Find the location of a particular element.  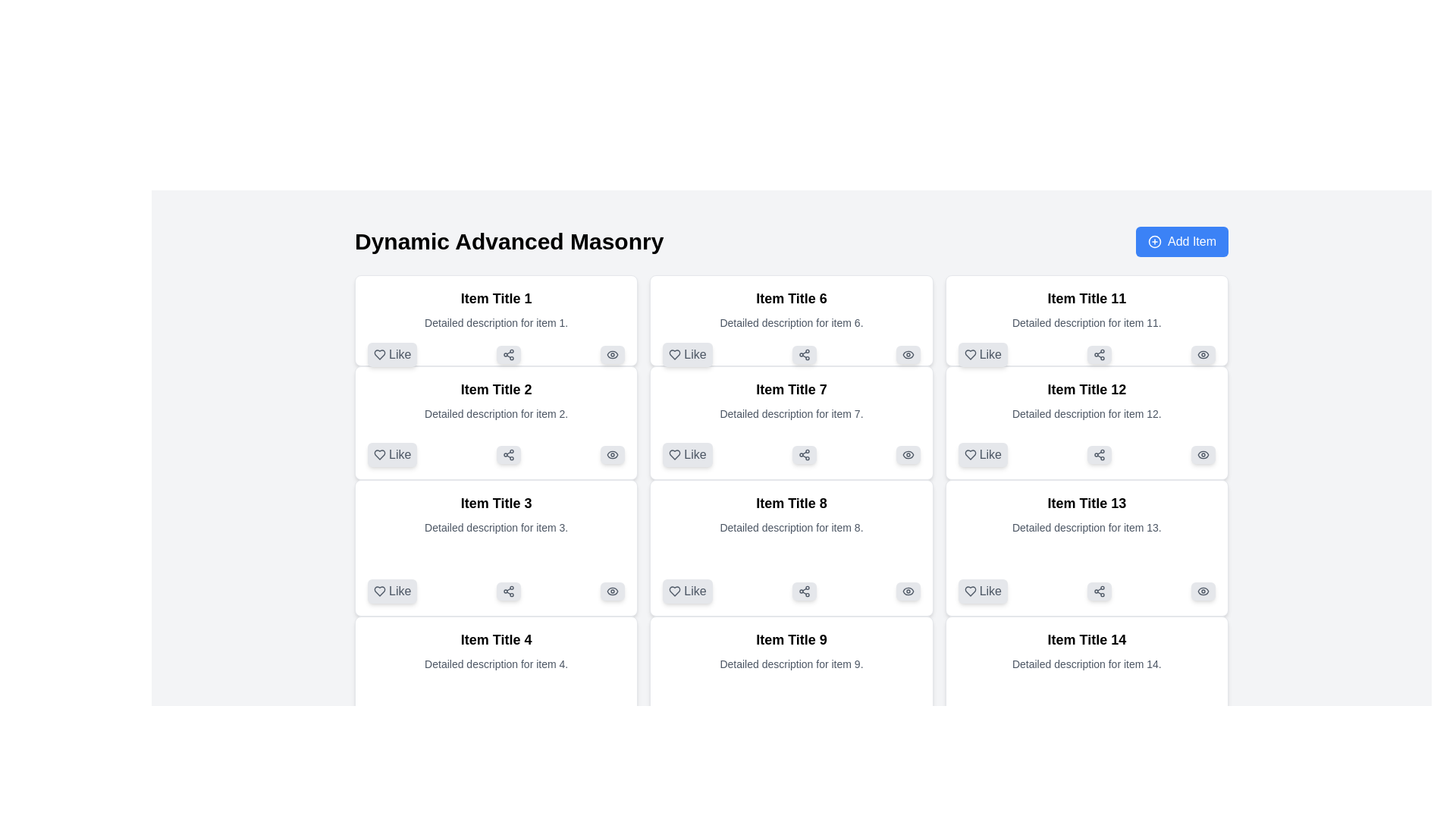

the Text block located in the second card of the first column, centered below 'Item Title 2' and above the 'Like' button section is located at coordinates (496, 403).